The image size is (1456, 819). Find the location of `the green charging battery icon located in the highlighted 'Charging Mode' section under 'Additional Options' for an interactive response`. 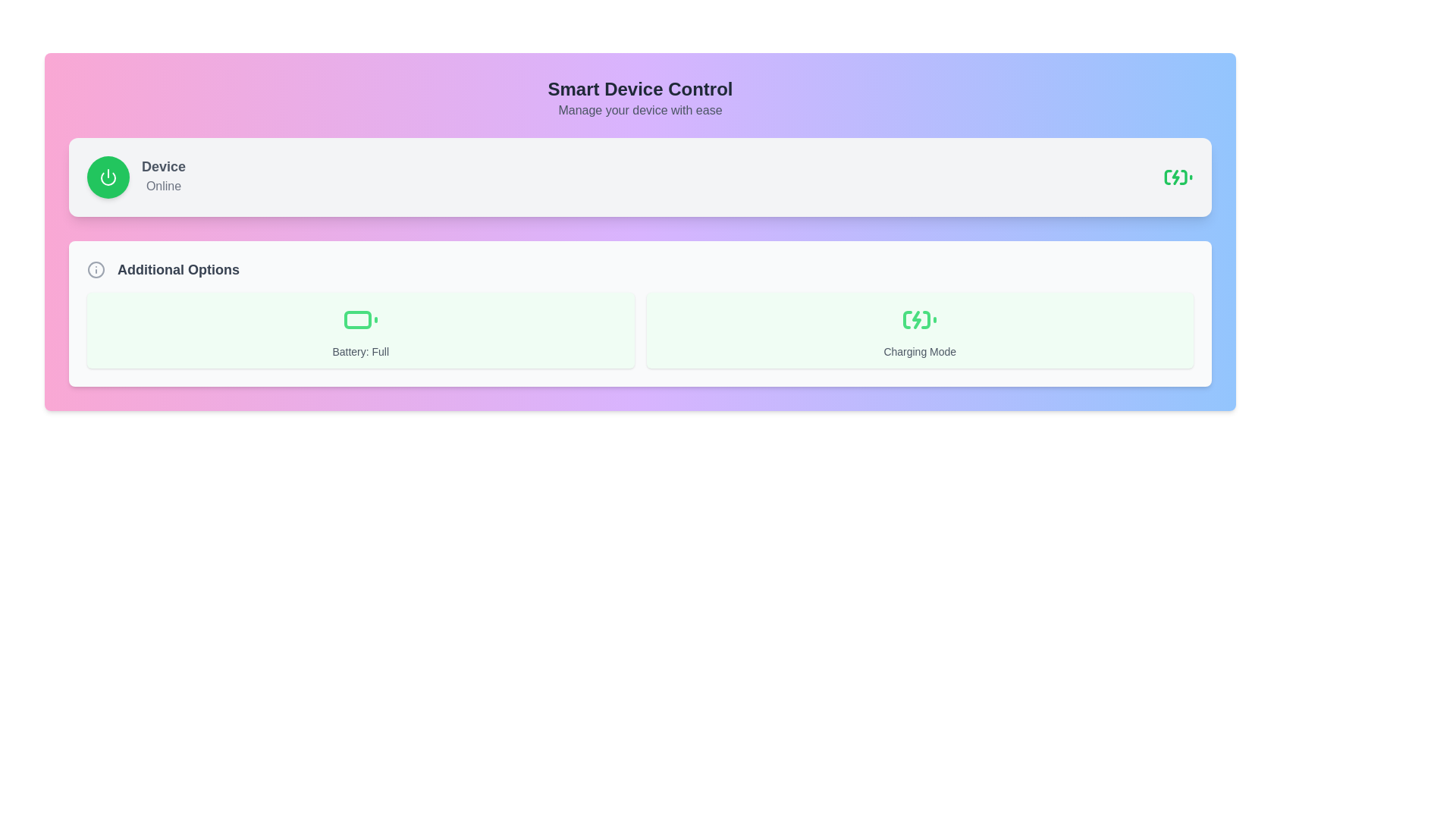

the green charging battery icon located in the highlighted 'Charging Mode' section under 'Additional Options' for an interactive response is located at coordinates (919, 318).